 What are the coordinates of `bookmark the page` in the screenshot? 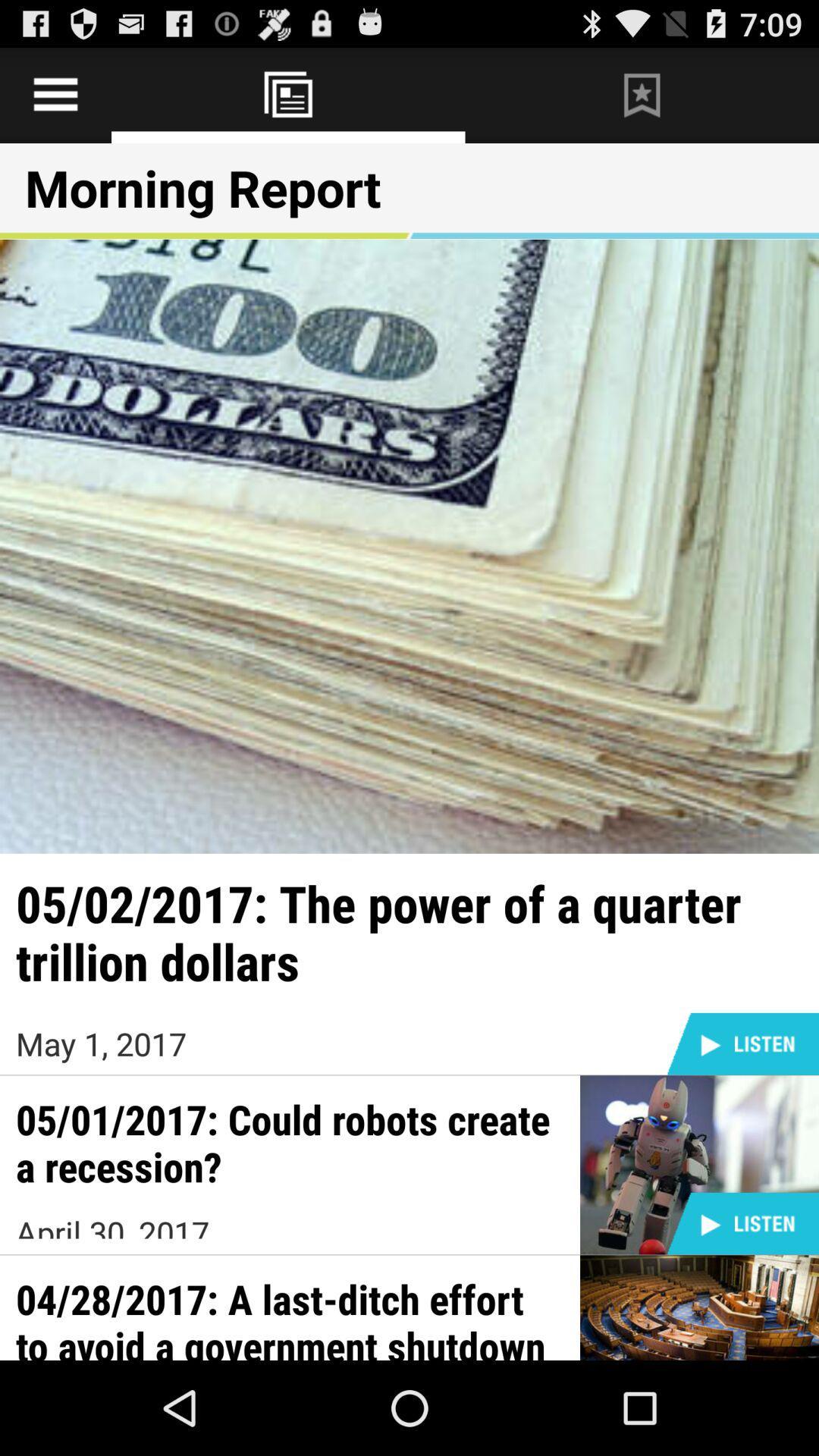 It's located at (642, 94).